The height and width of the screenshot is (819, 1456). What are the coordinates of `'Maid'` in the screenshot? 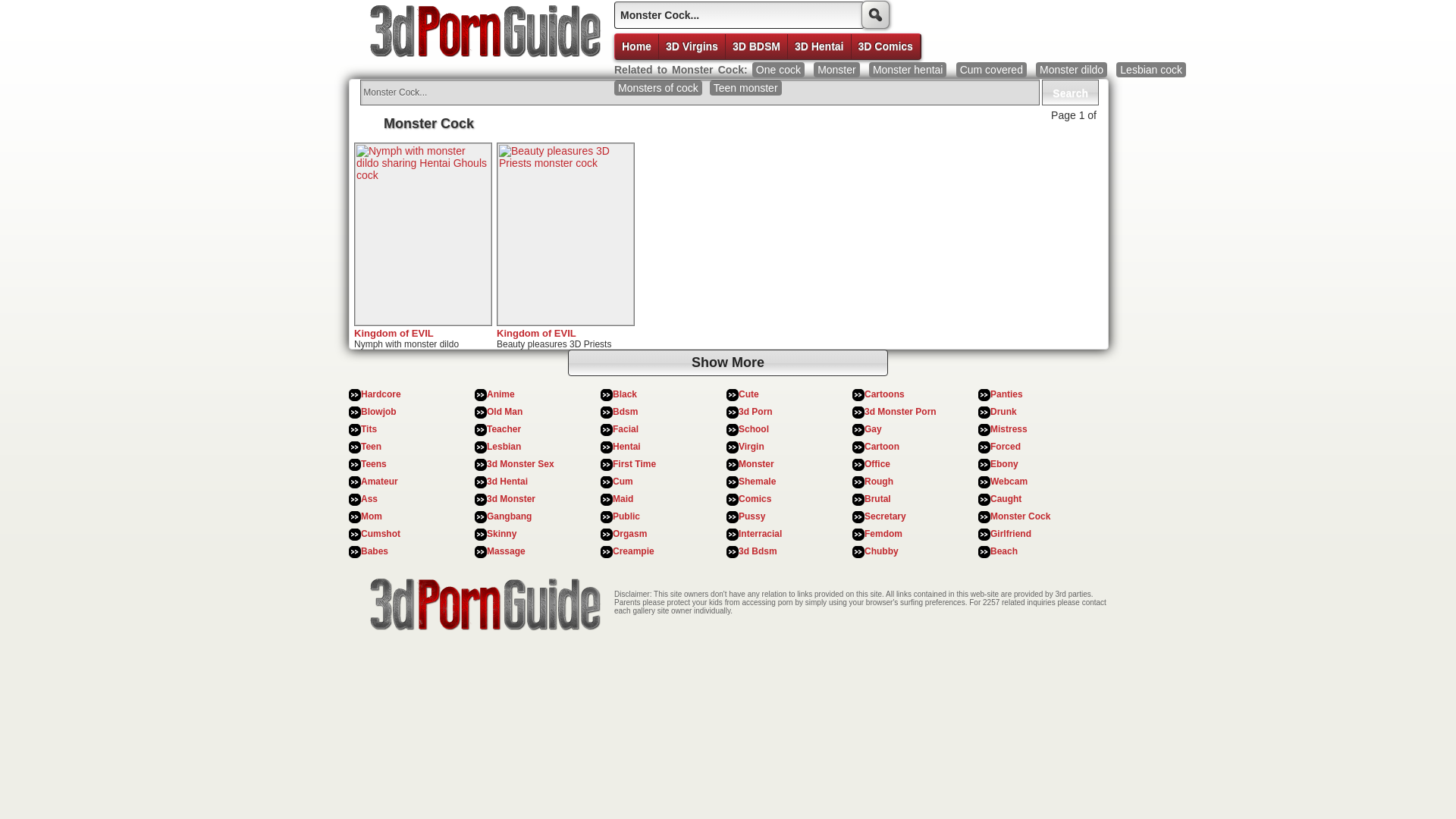 It's located at (612, 499).